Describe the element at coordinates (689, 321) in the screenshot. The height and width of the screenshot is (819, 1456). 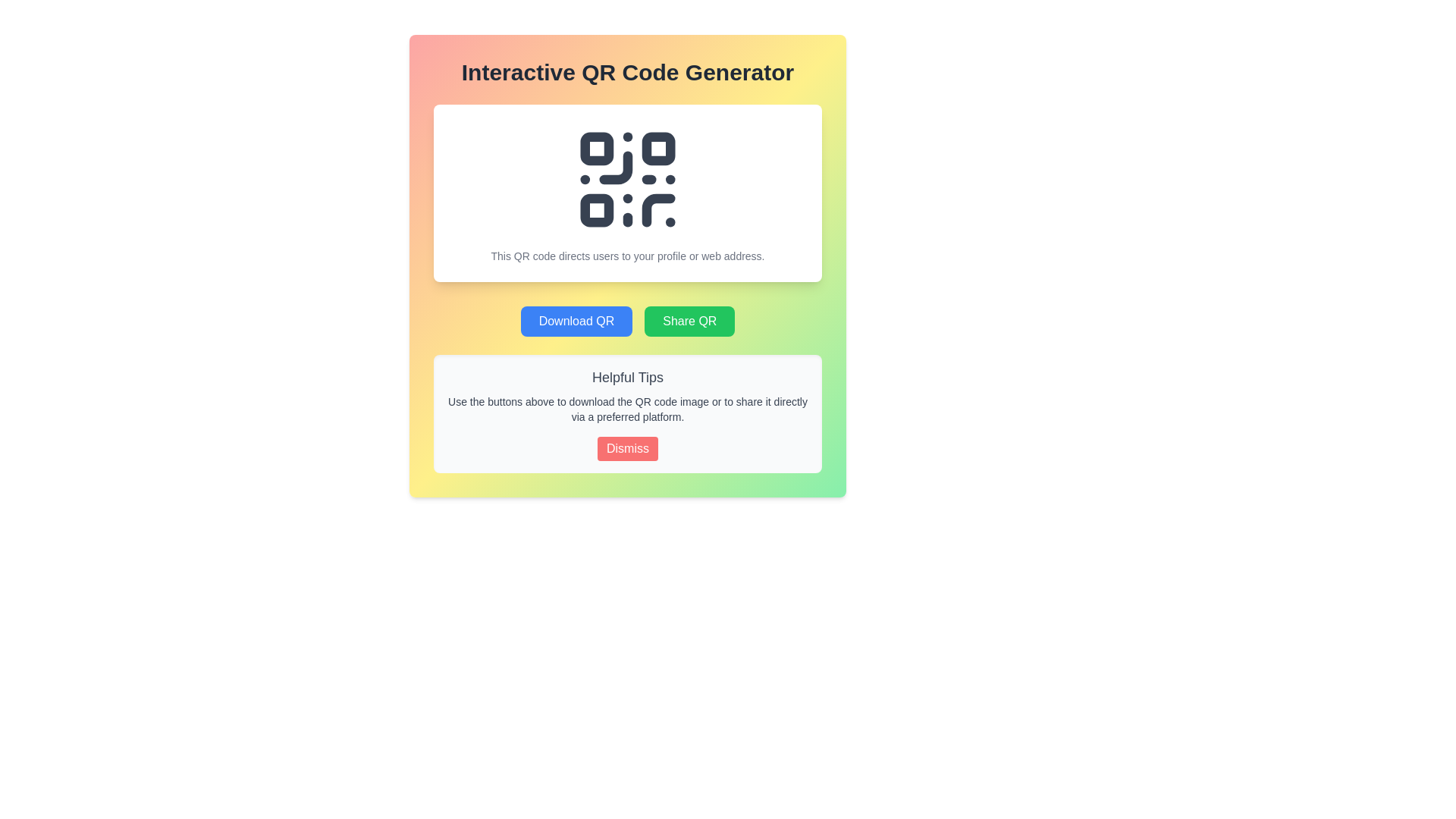
I see `the share button located to the right of the blue 'Download QR' button in the 'Interactive QR Code Generator' interface` at that location.